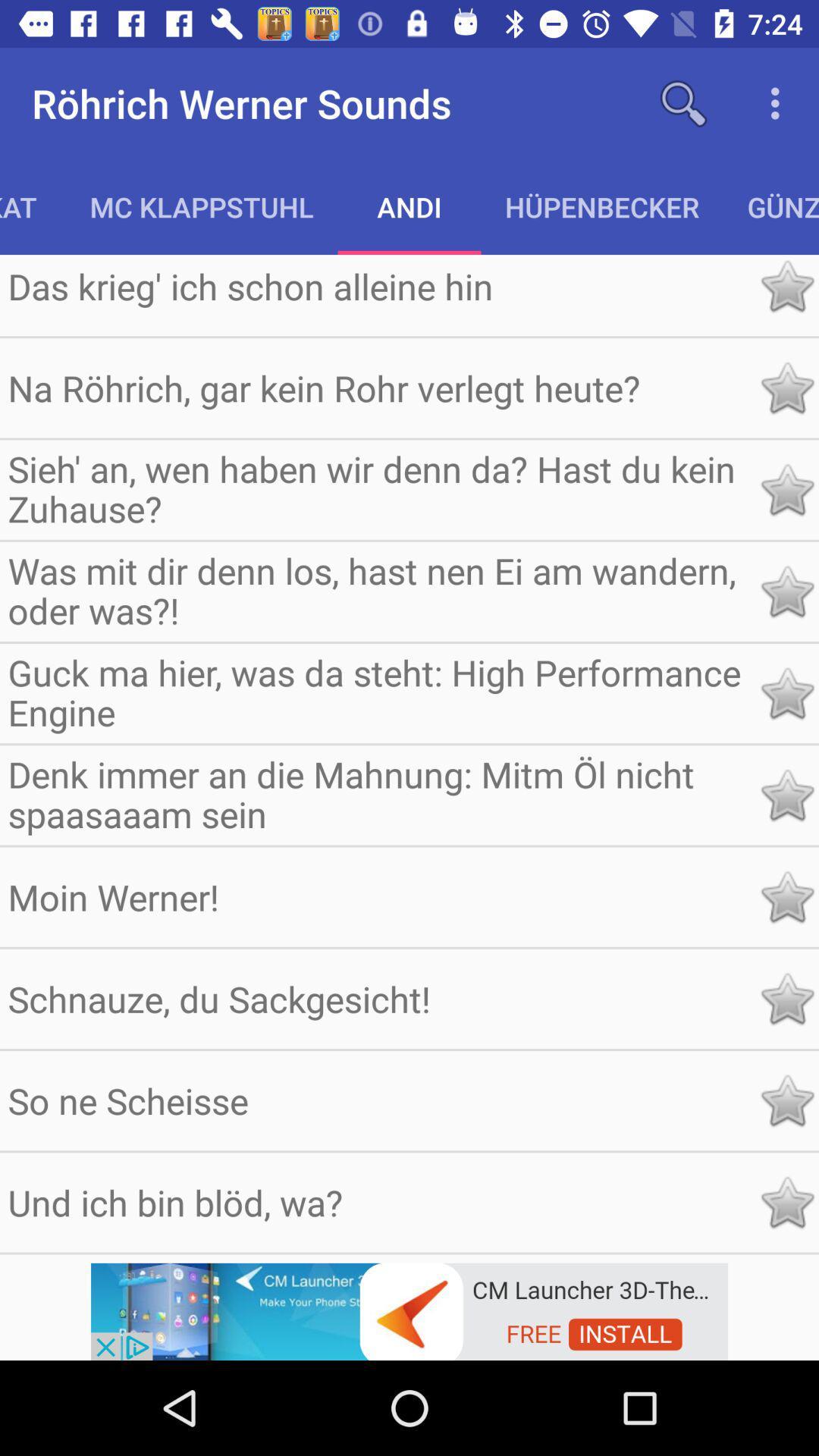 The width and height of the screenshot is (819, 1456). What do you see at coordinates (409, 1310) in the screenshot?
I see `open advertisement` at bounding box center [409, 1310].